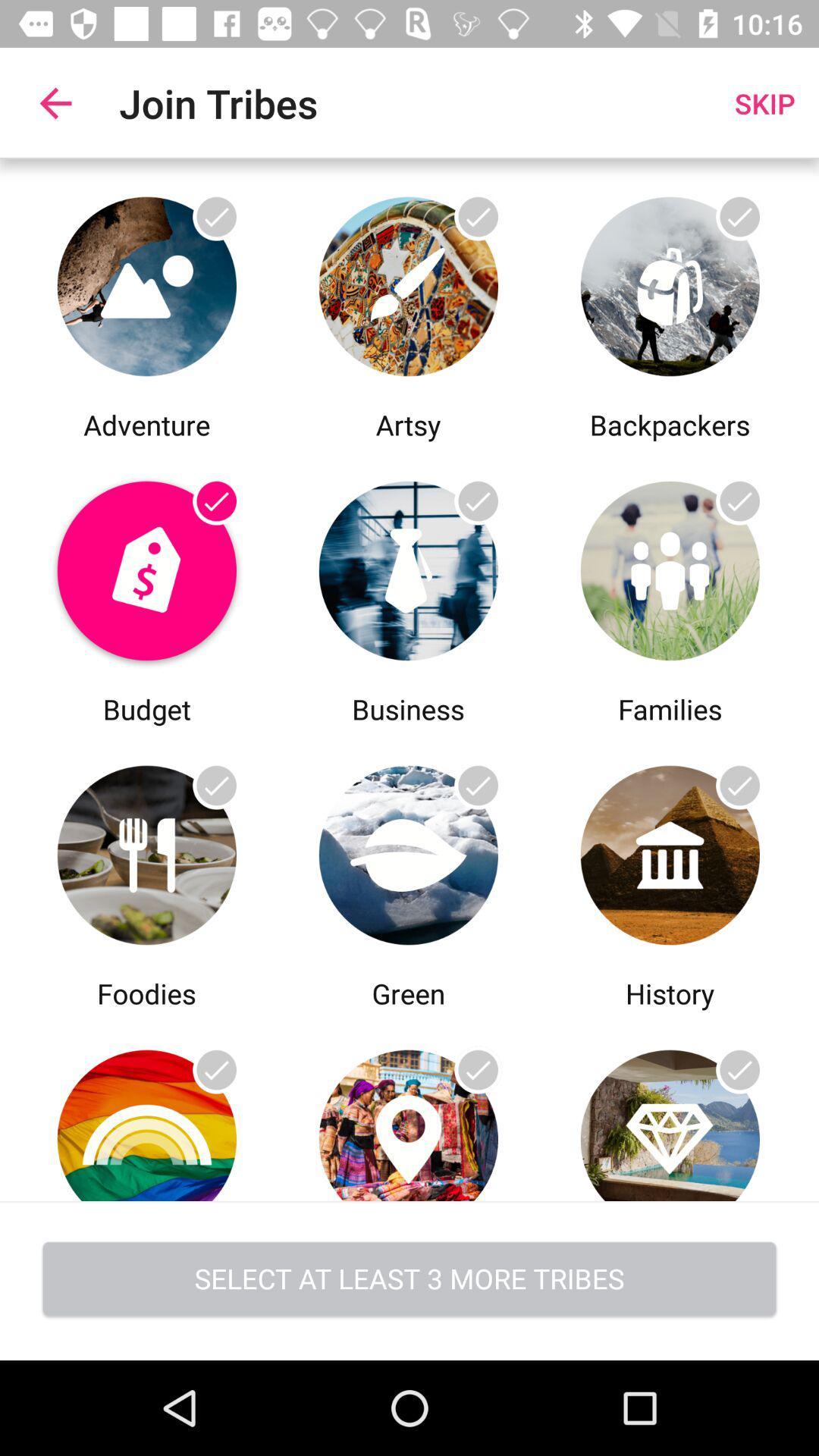 The height and width of the screenshot is (1456, 819). Describe the element at coordinates (407, 566) in the screenshot. I see `share the article` at that location.